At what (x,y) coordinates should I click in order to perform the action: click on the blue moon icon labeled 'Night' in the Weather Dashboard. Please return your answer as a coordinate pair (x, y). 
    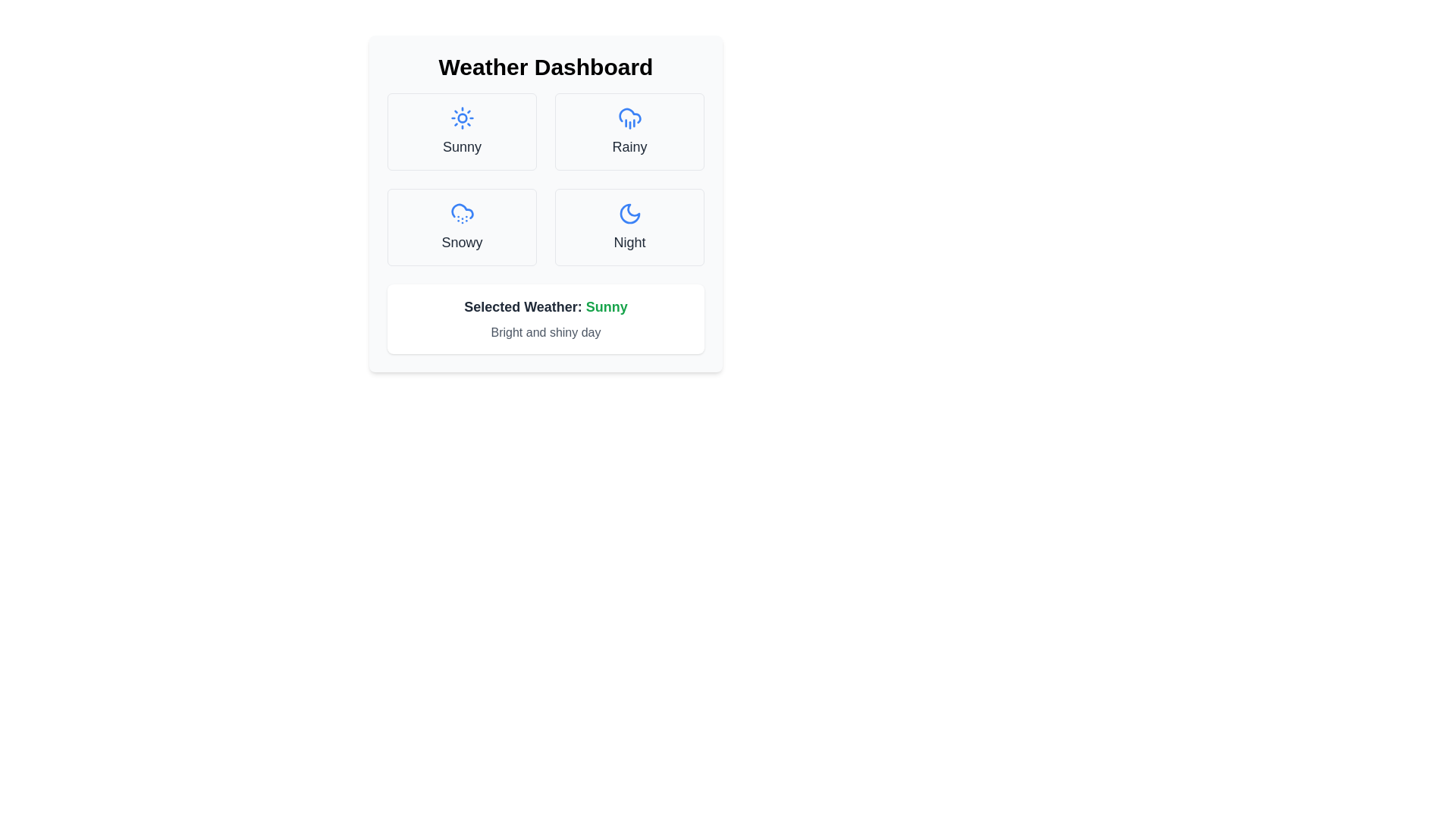
    Looking at the image, I should click on (629, 213).